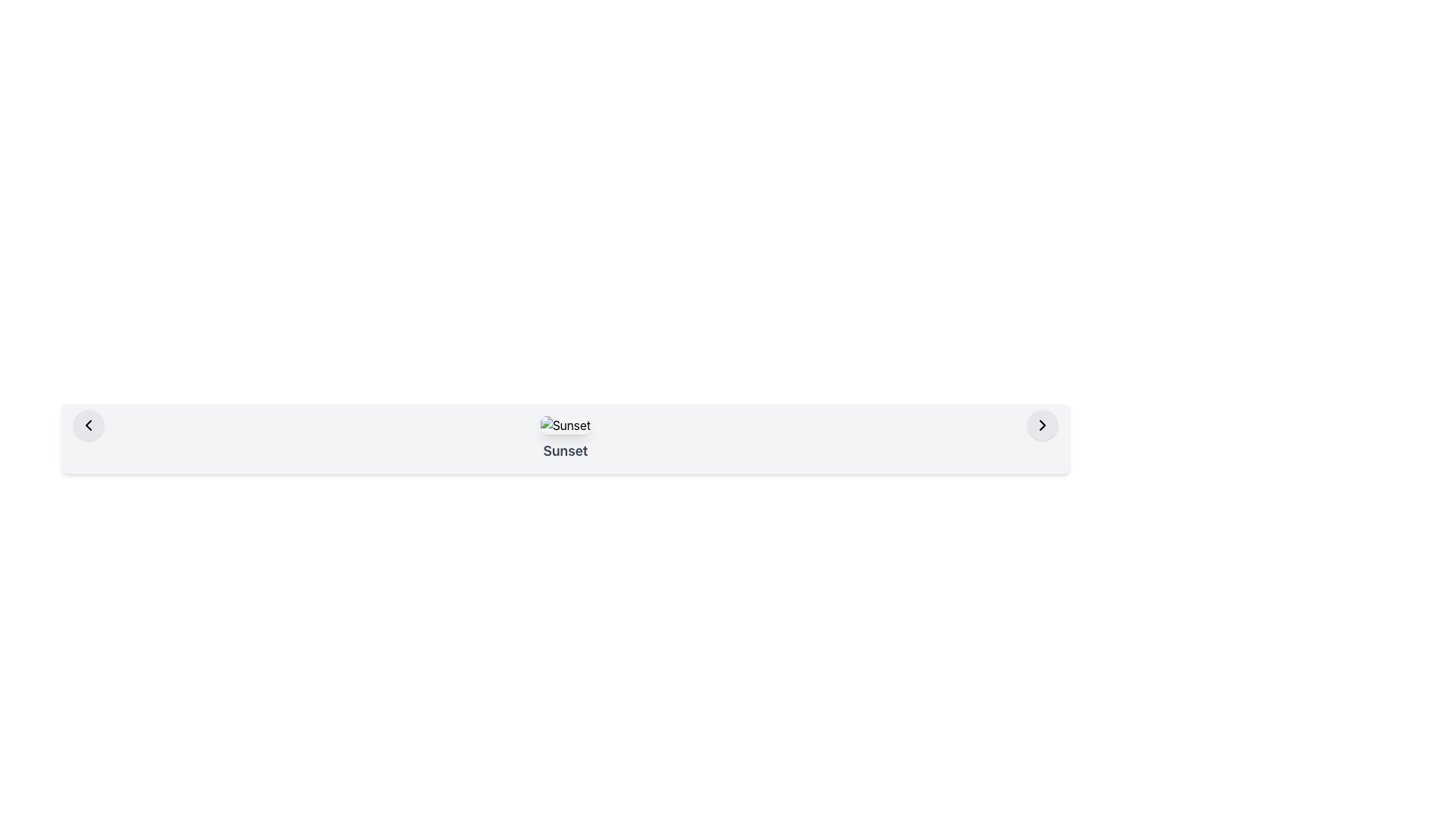  I want to click on text label located at the bottom of the card below the image labeled 'Sunset', so click(564, 450).